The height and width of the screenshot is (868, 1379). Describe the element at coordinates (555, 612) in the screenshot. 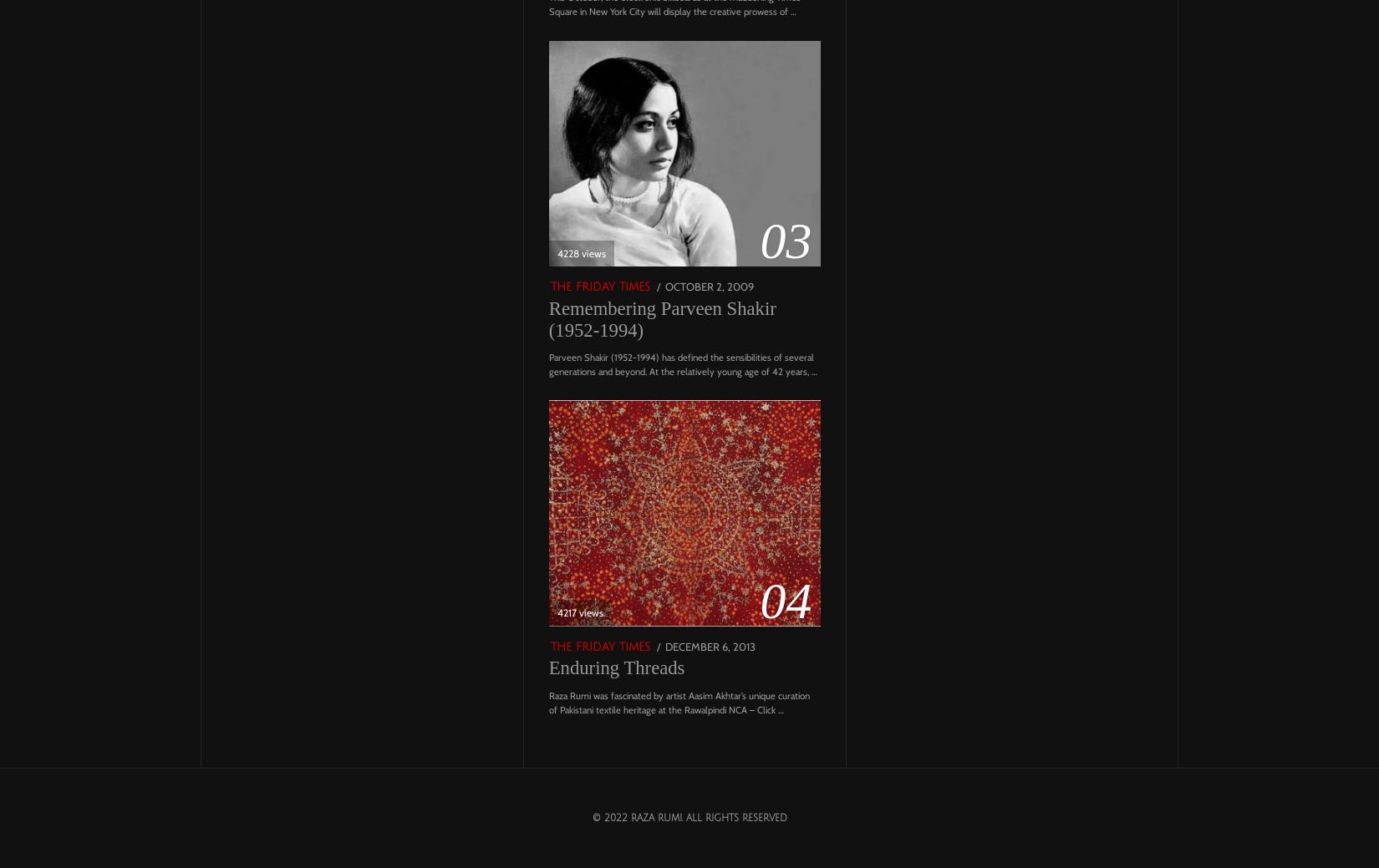

I see `'4217 views'` at that location.